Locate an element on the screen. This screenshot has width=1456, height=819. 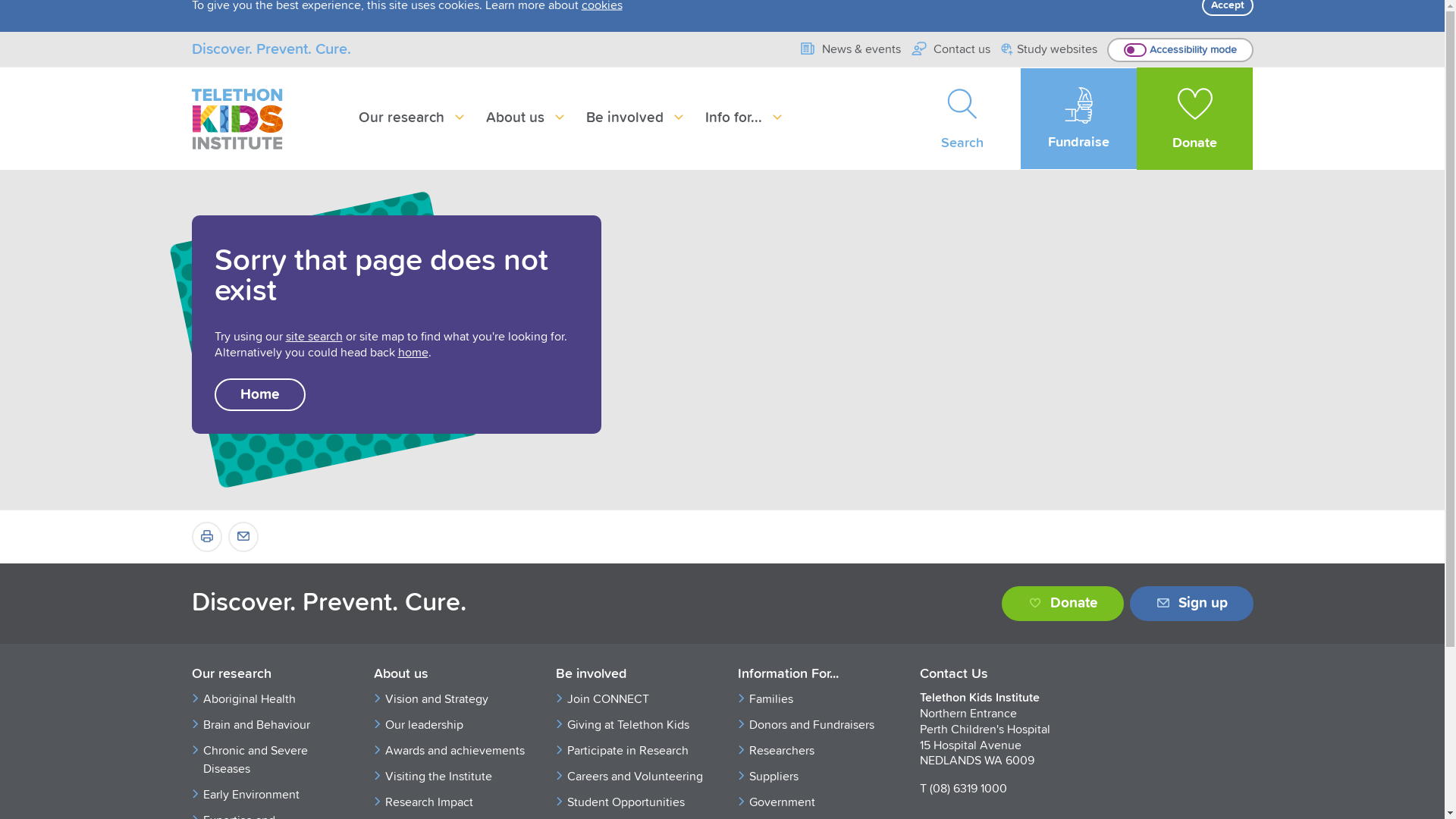
'Researchers' is located at coordinates (818, 751).